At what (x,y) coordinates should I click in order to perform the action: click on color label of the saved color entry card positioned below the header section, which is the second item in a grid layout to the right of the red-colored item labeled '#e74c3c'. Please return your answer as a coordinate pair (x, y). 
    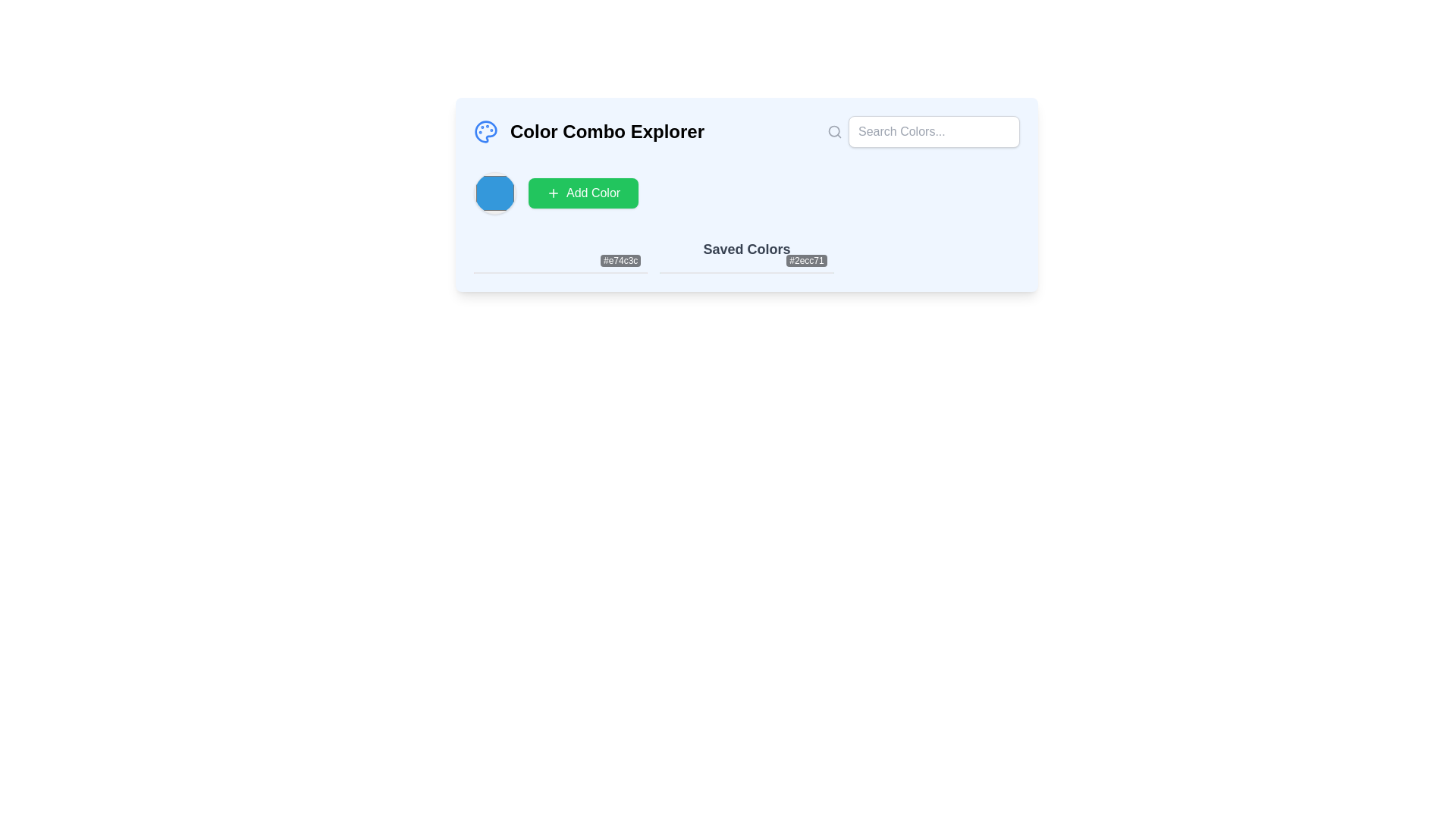
    Looking at the image, I should click on (746, 271).